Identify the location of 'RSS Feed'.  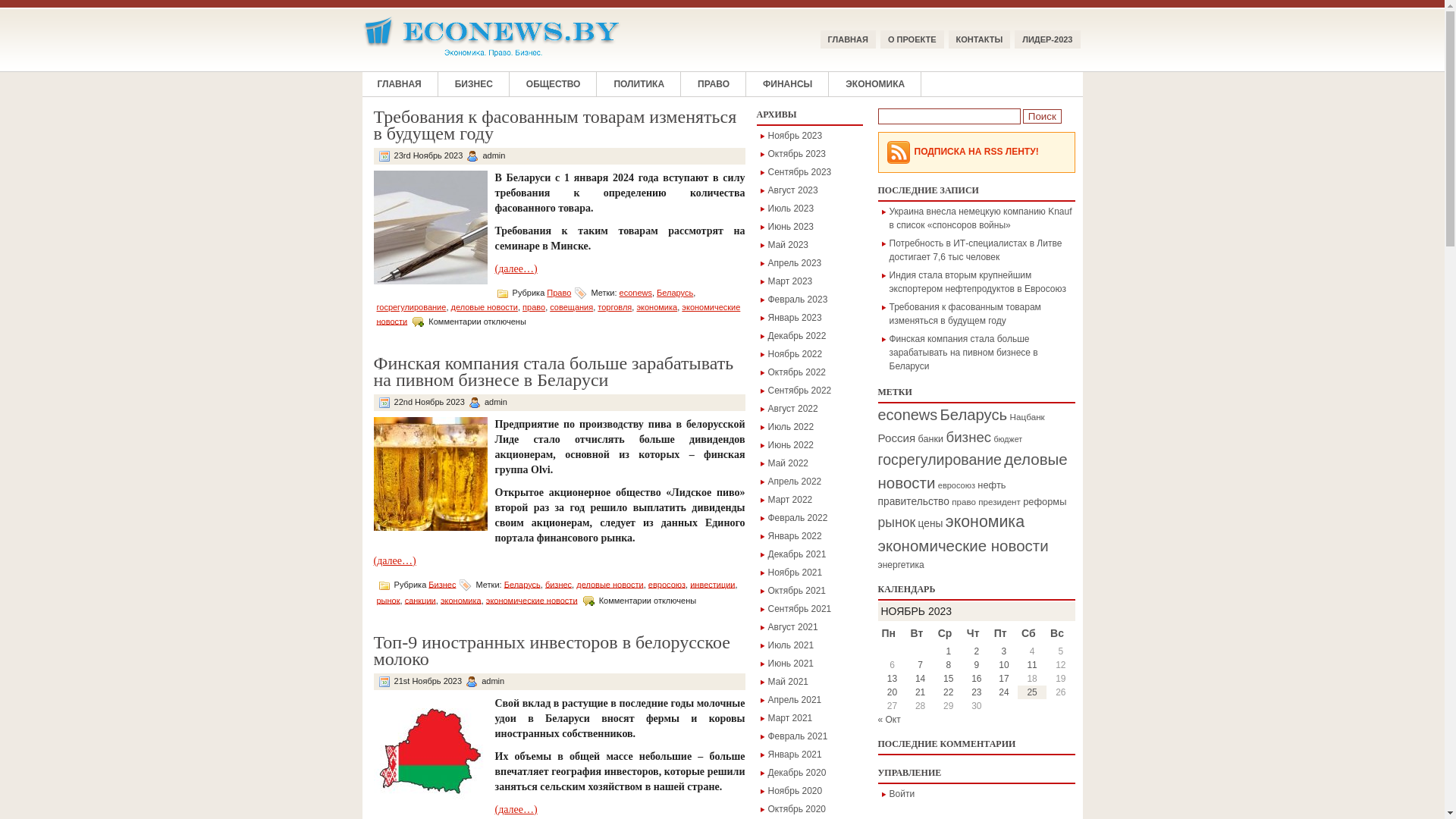
(898, 152).